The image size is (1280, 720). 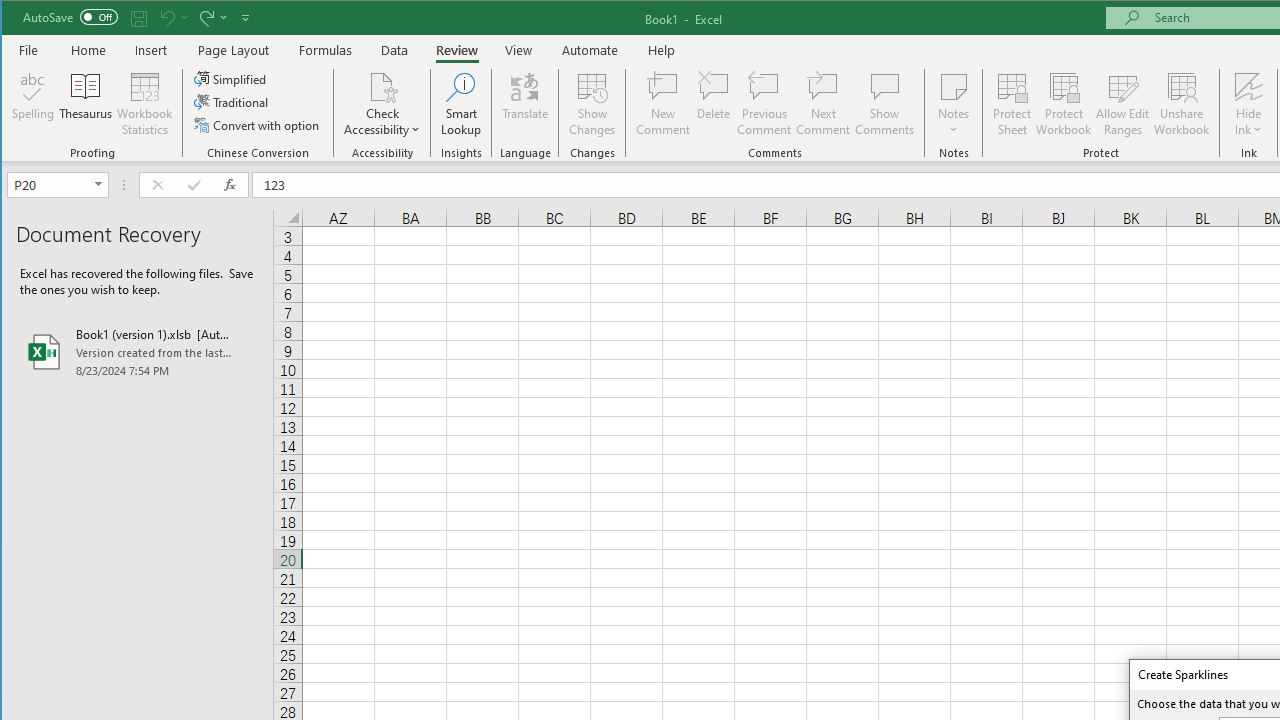 I want to click on 'Hide Ink', so click(x=1247, y=85).